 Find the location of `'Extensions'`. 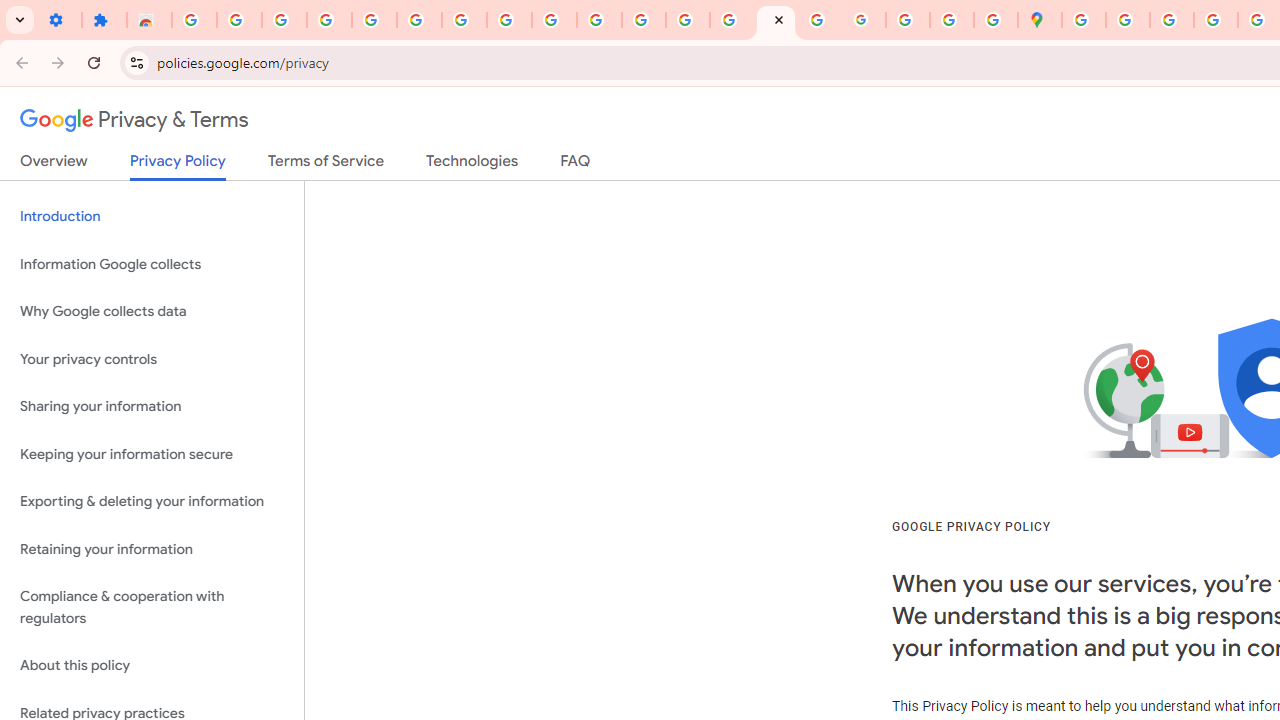

'Extensions' is located at coordinates (103, 20).